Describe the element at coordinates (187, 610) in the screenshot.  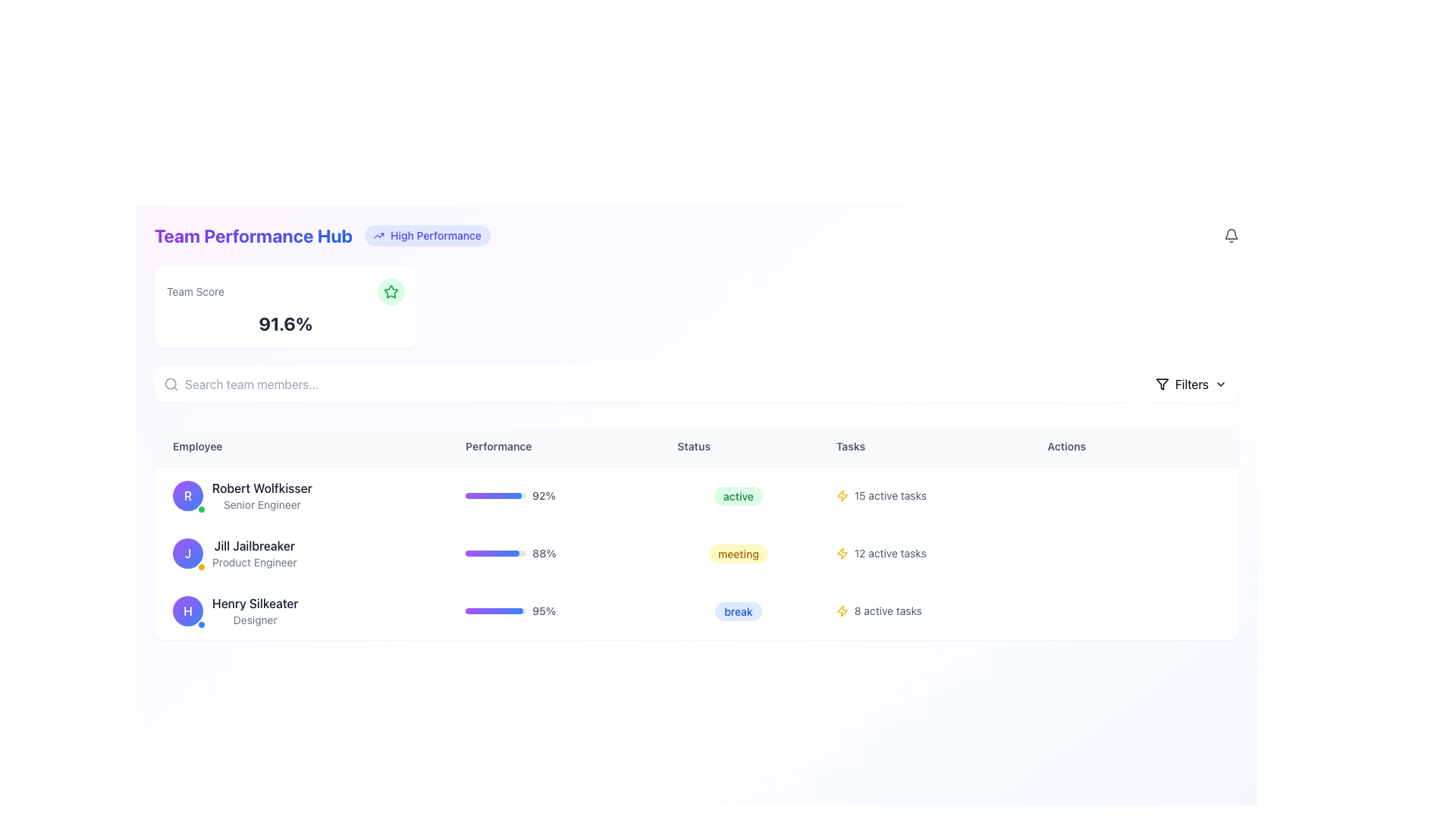
I see `the circular avatar element for 'Henry Silkeater', which has a gradient background from purple to blue and features a white 'H' in the center, located in the Employee section of the data table` at that location.